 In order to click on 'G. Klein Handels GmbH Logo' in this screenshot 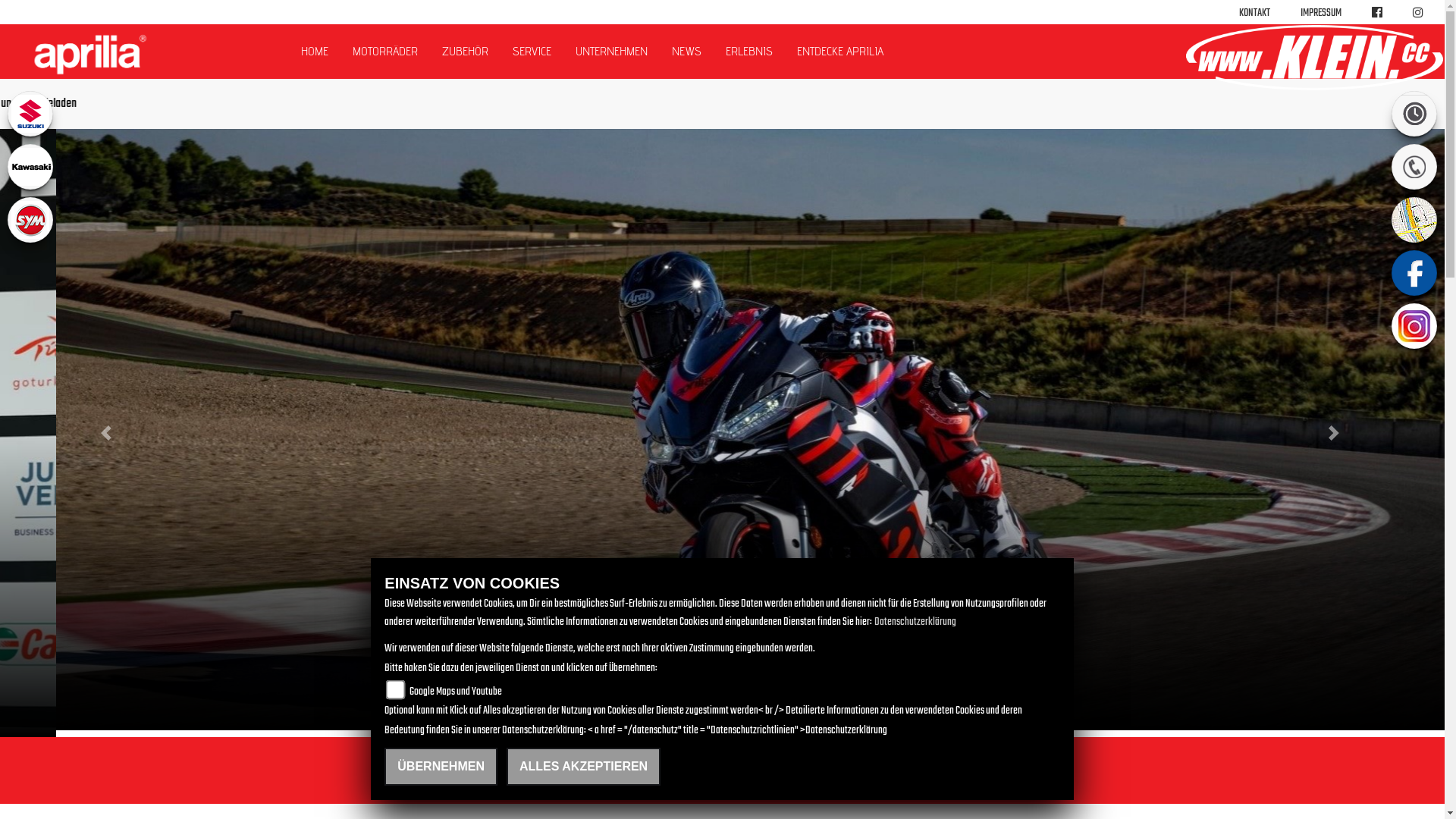, I will do `click(1313, 57)`.